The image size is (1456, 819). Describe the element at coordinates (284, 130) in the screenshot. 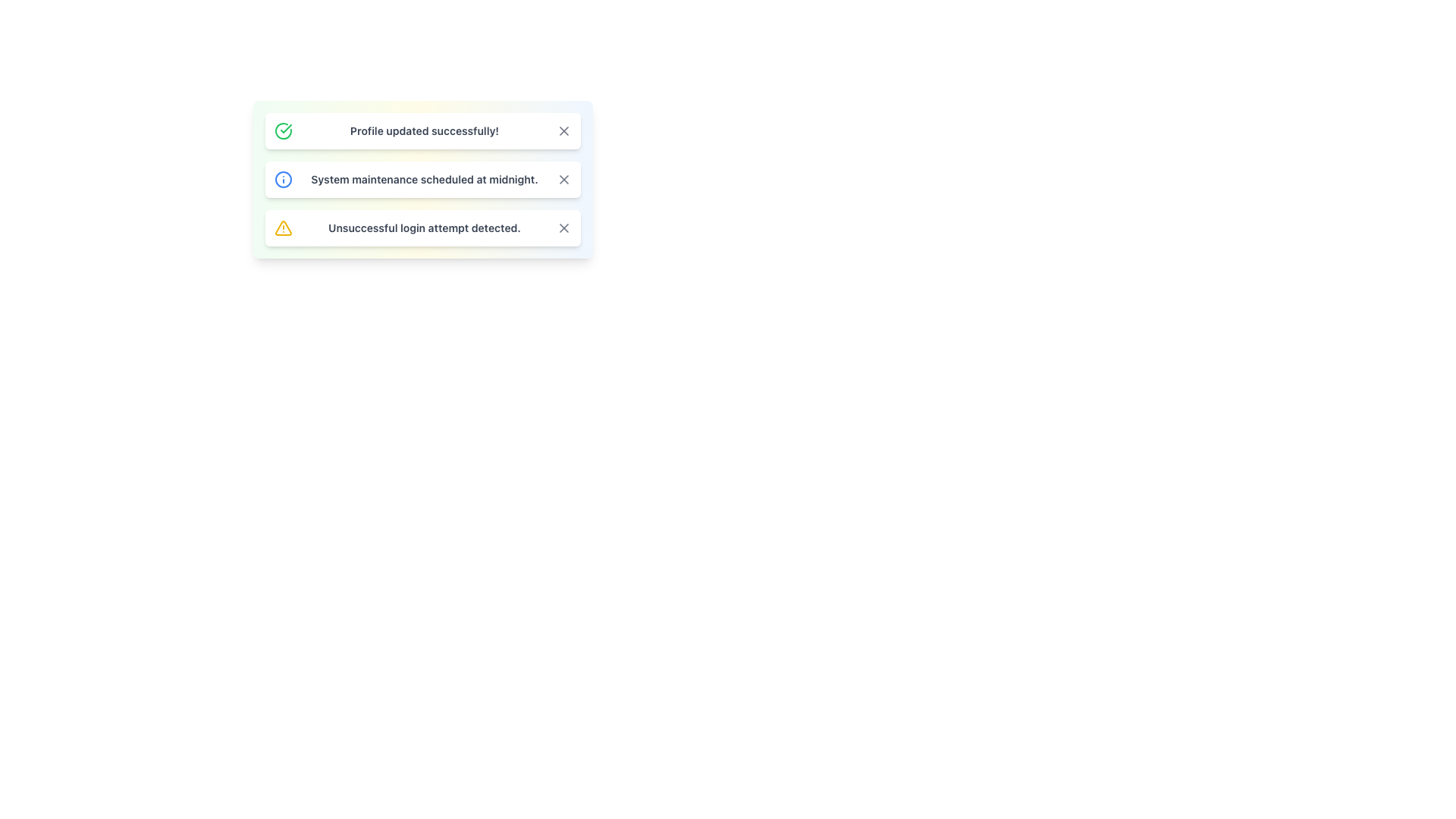

I see `the success indicator icon located to the left of the notification text 'Profile updated successfully!' in the first notification card` at that location.